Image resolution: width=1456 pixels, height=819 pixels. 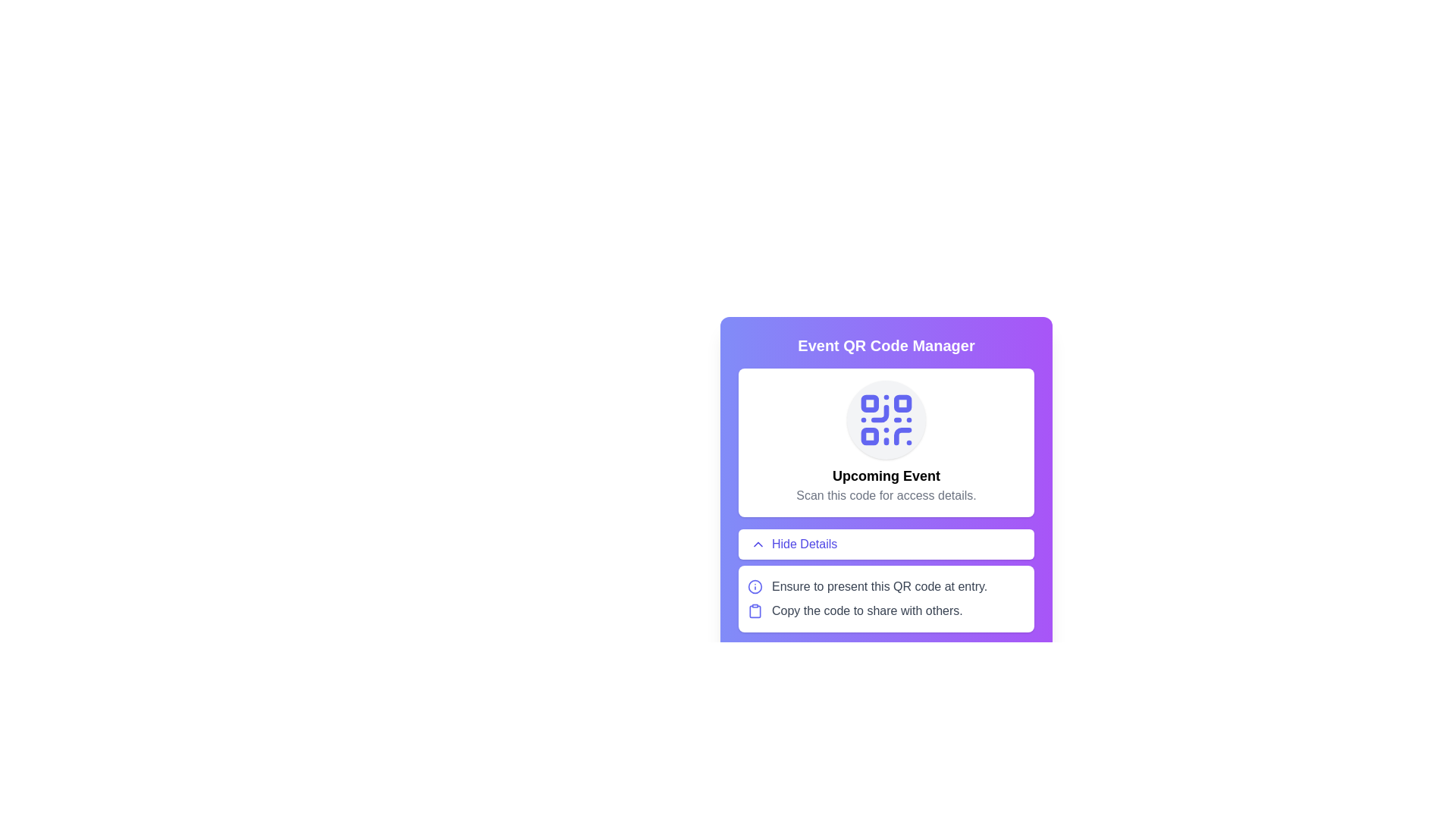 What do you see at coordinates (755, 610) in the screenshot?
I see `the clipboard icon with indigo-colored strokes in the 'Copy the code to share with others' menu section` at bounding box center [755, 610].